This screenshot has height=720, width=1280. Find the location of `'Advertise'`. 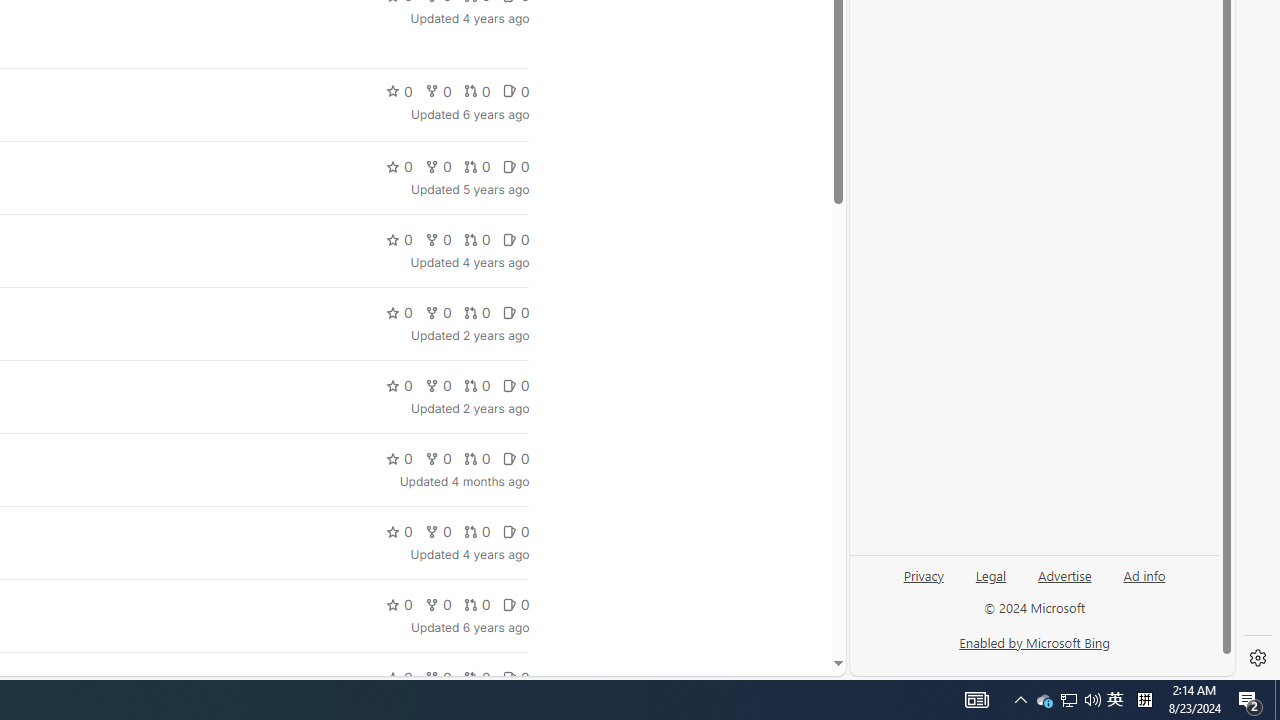

'Advertise' is located at coordinates (1063, 574).